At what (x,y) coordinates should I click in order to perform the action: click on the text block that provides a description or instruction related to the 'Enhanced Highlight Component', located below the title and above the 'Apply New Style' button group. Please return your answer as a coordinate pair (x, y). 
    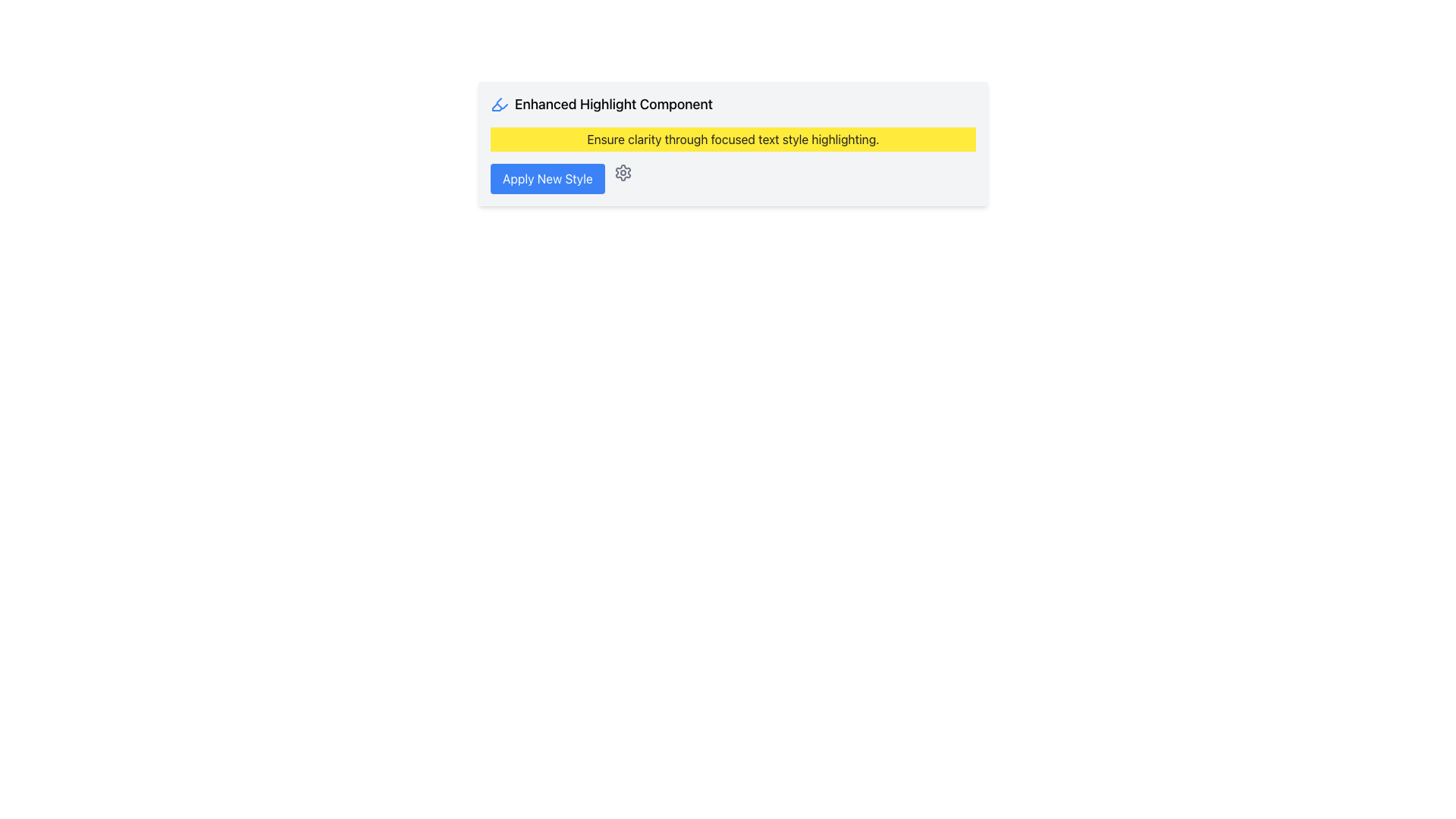
    Looking at the image, I should click on (733, 140).